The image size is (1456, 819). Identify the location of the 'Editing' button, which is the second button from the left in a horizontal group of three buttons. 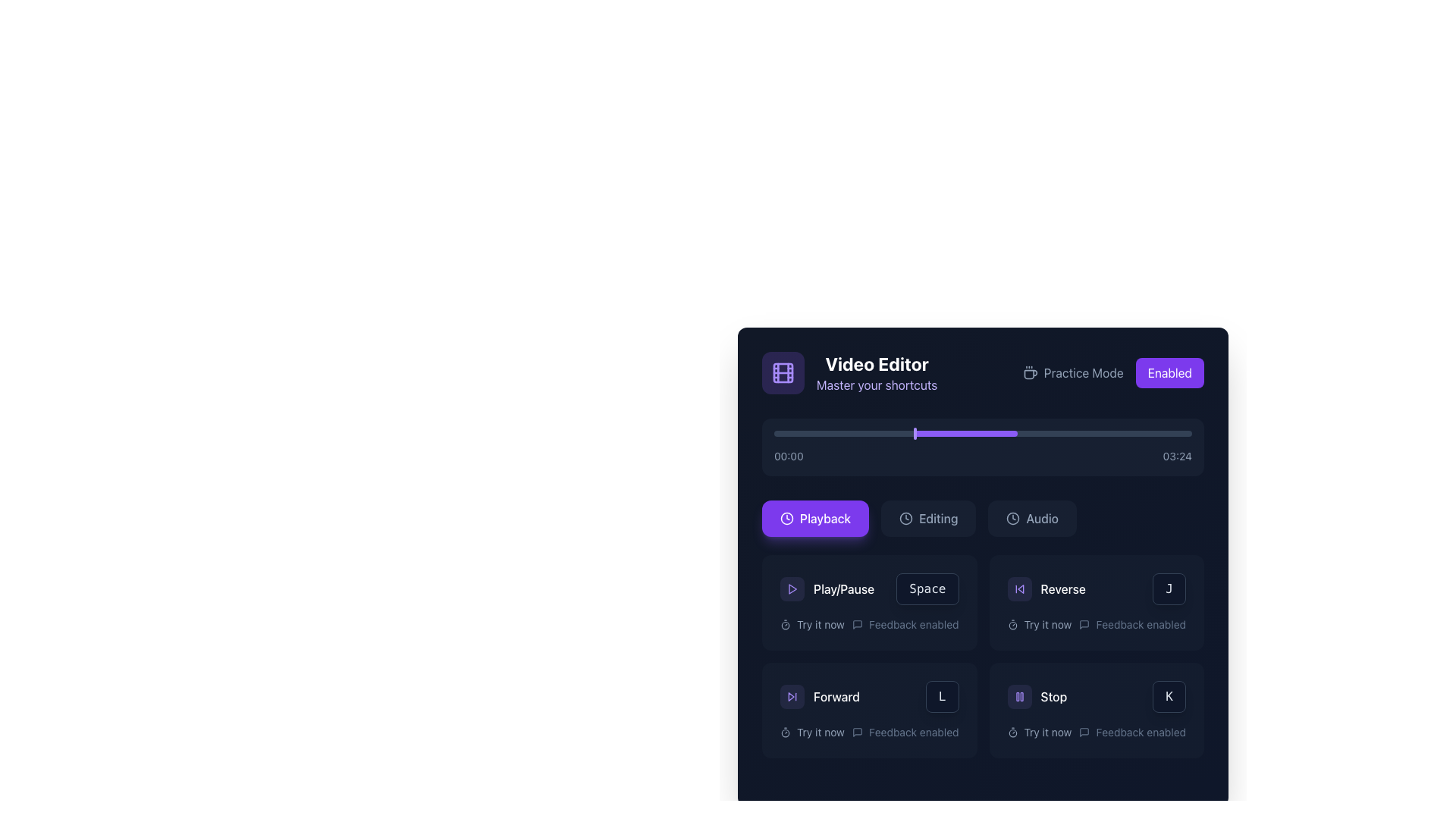
(927, 517).